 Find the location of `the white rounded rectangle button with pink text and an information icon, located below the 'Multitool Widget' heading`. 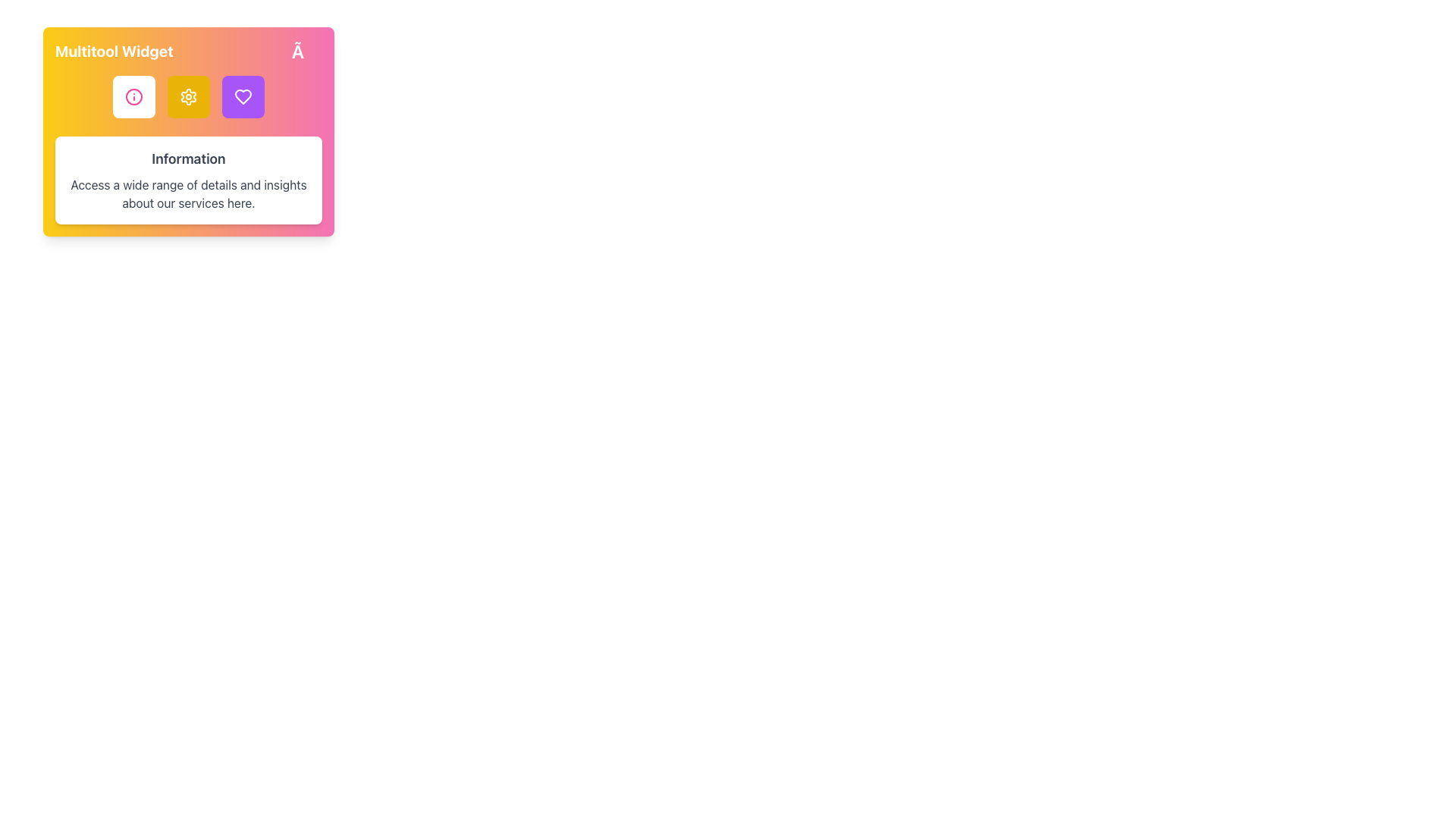

the white rounded rectangle button with pink text and an information icon, located below the 'Multitool Widget' heading is located at coordinates (134, 96).